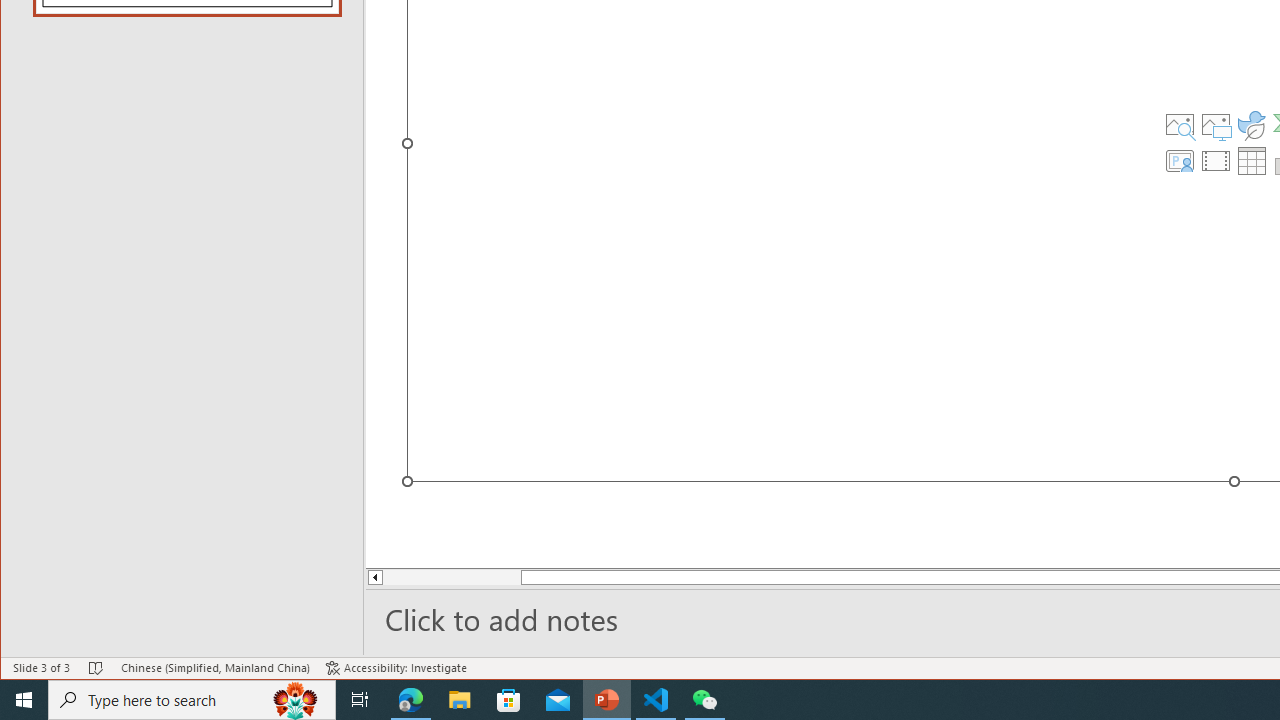 This screenshot has height=720, width=1280. I want to click on 'Visual Studio Code - 1 running window', so click(656, 698).